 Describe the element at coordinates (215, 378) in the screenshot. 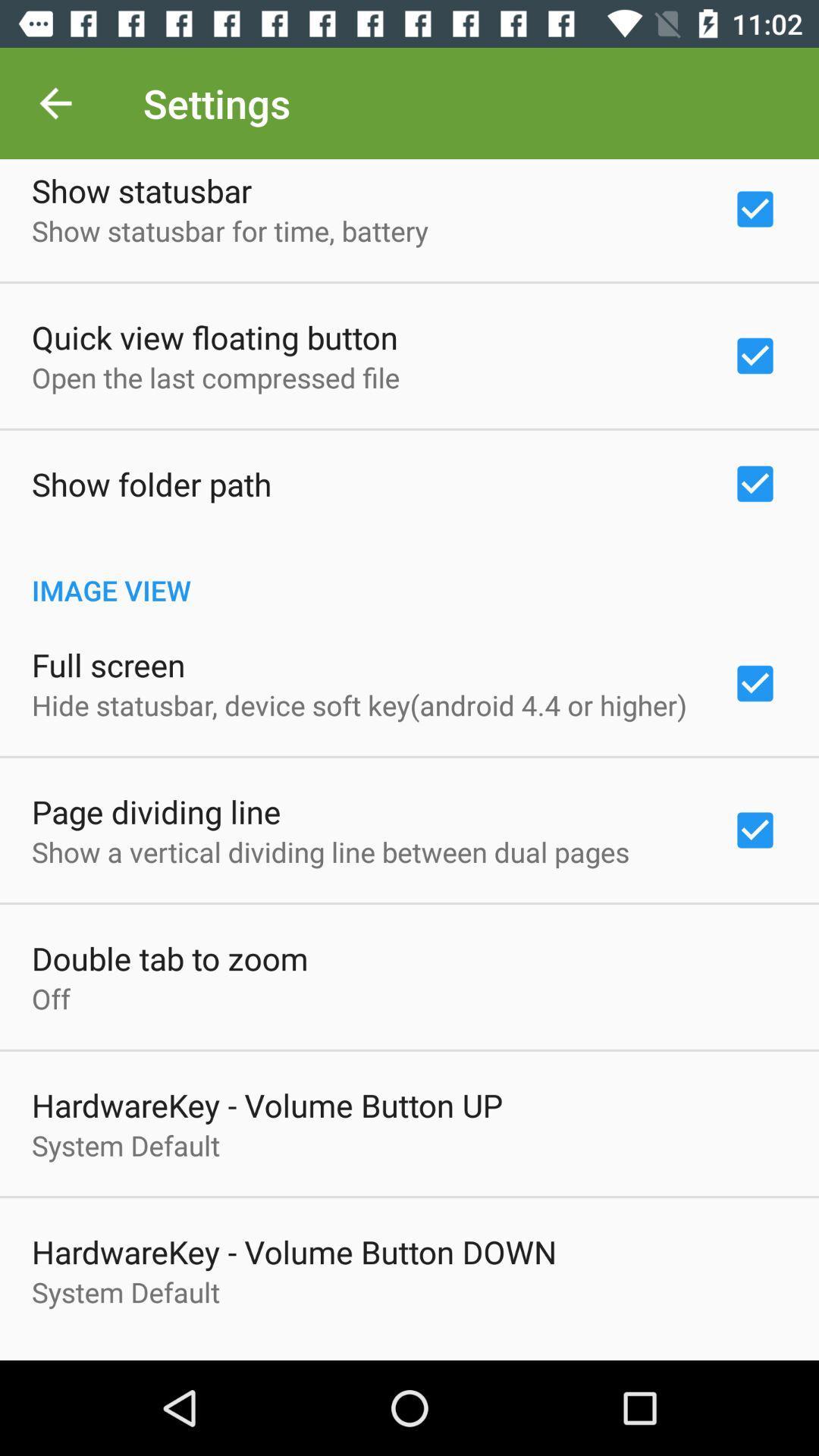

I see `the icon below quick view floating item` at that location.